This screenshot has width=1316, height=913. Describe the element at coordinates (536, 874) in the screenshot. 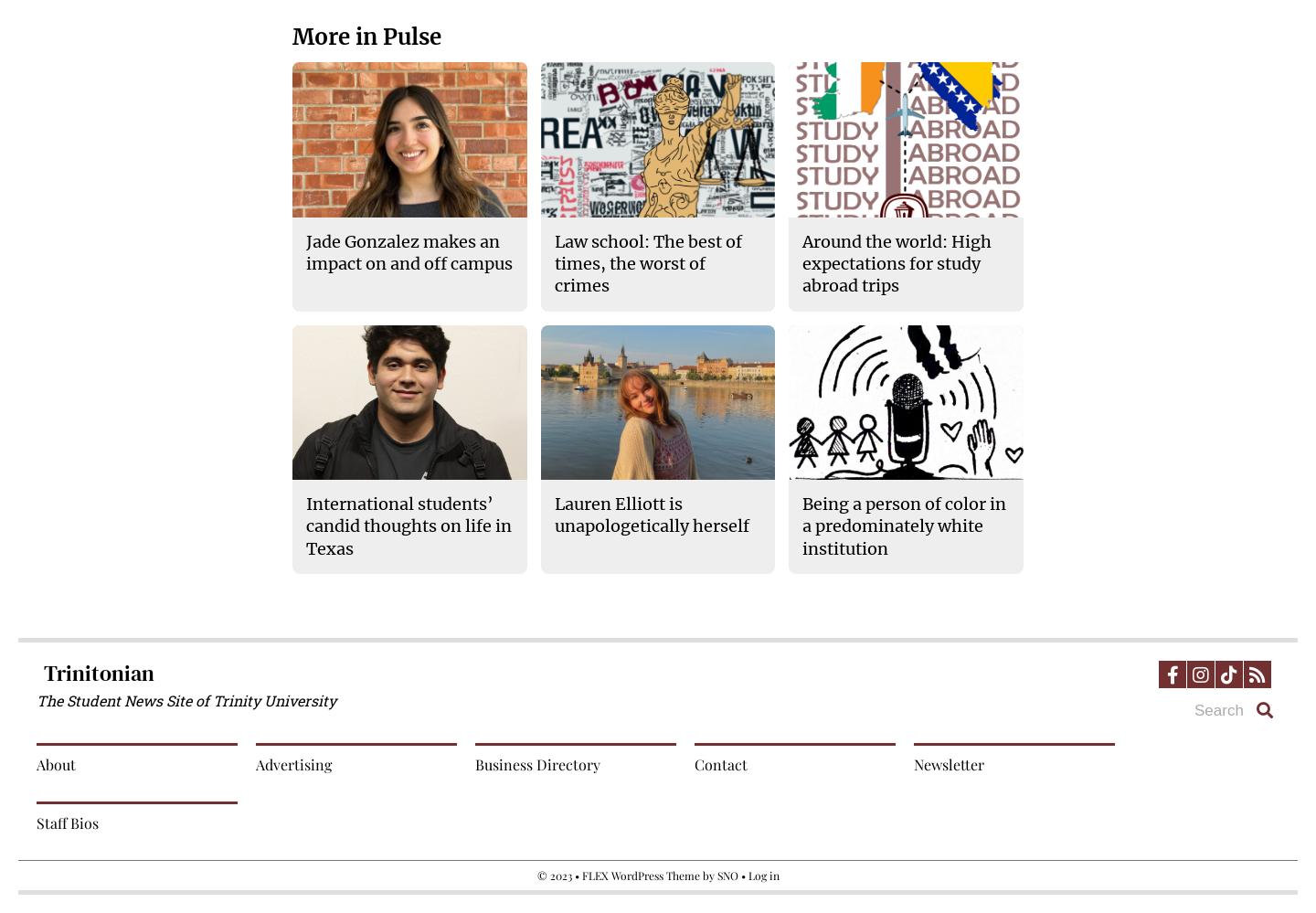

I see `'© 2023  •'` at that location.